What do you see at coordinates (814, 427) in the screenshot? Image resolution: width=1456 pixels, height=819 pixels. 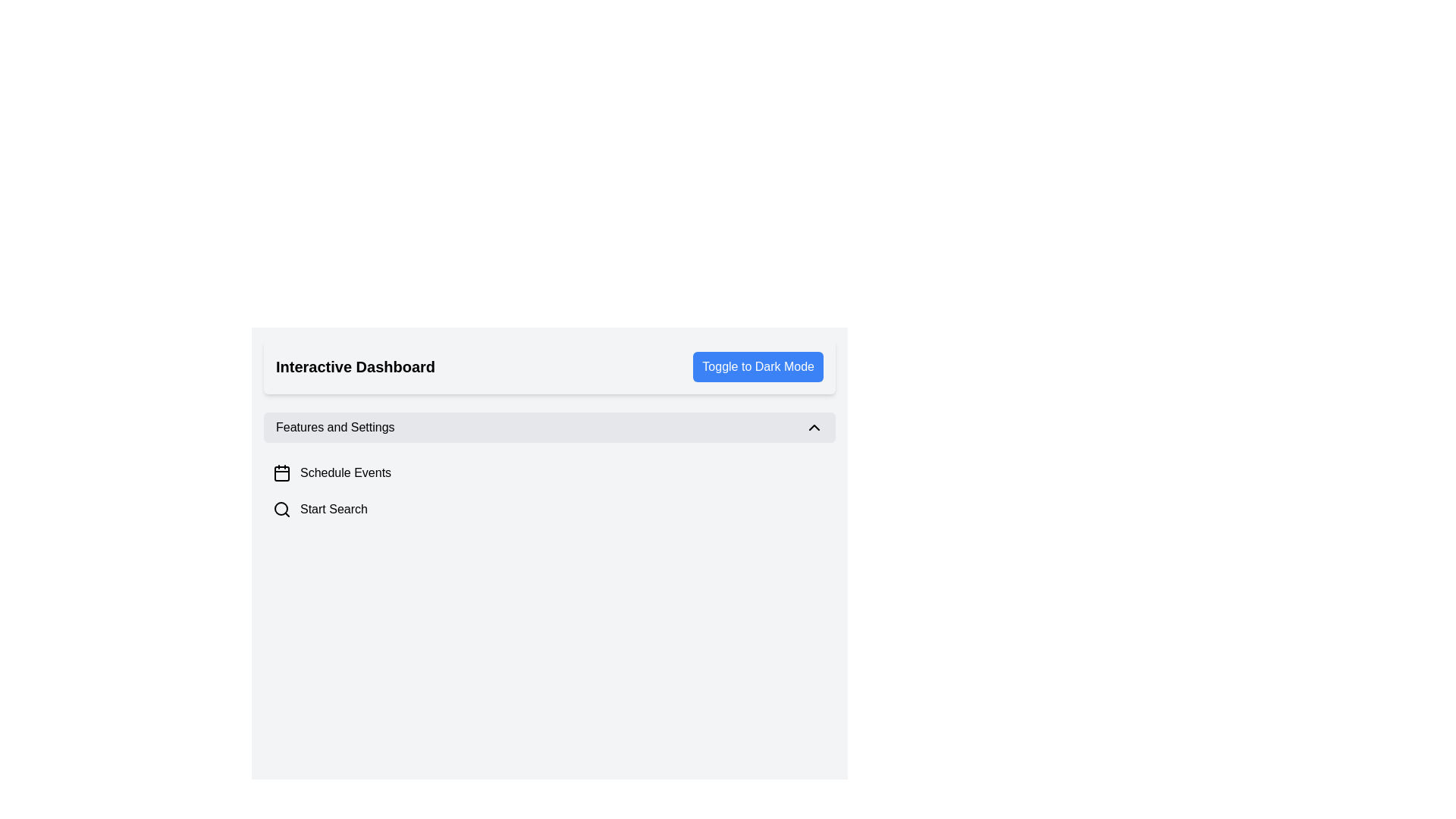 I see `the expandable/collapsible icon located at the far right of the 'Features and Settings' header section` at bounding box center [814, 427].